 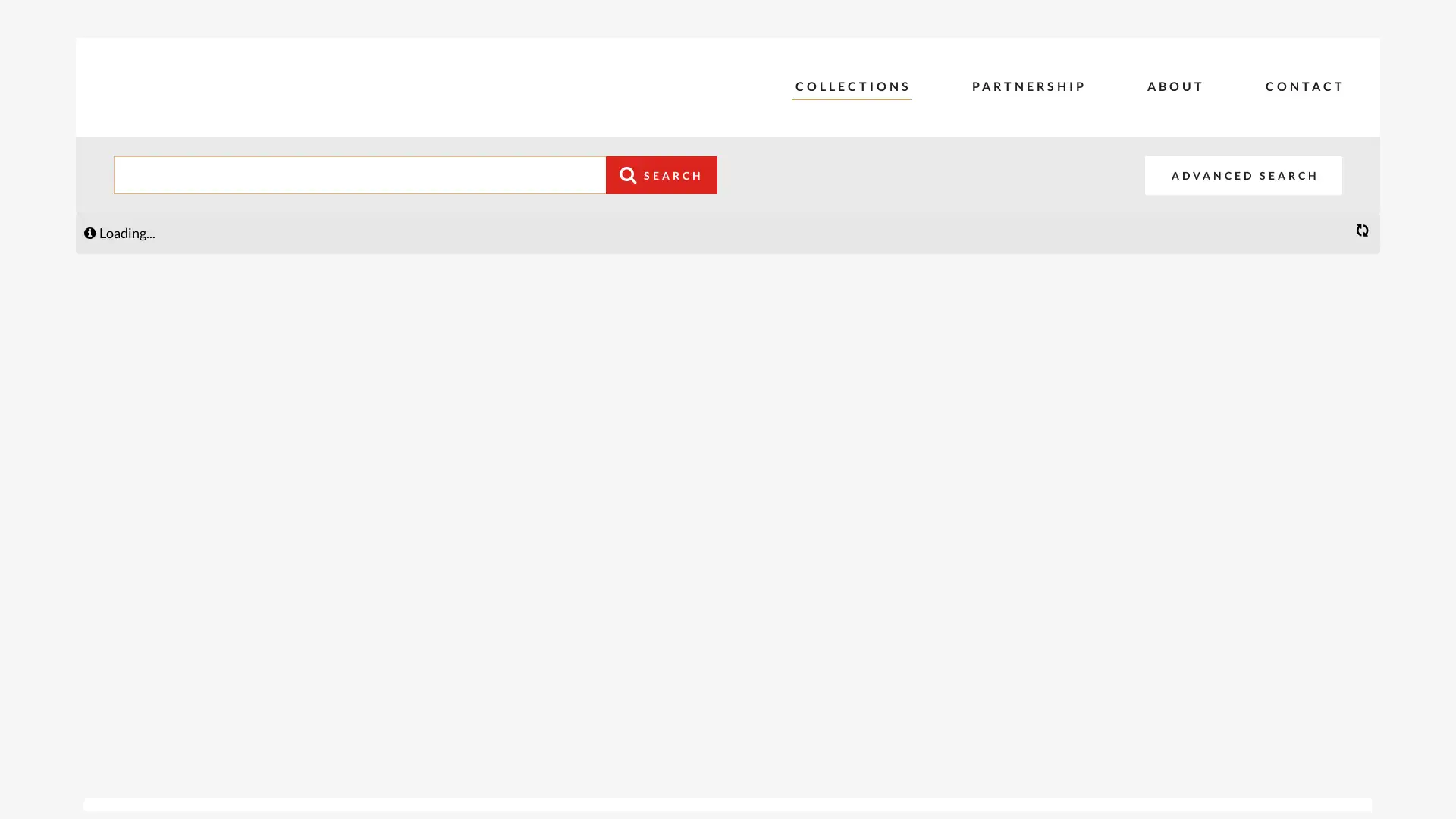 I want to click on Search, so click(x=661, y=174).